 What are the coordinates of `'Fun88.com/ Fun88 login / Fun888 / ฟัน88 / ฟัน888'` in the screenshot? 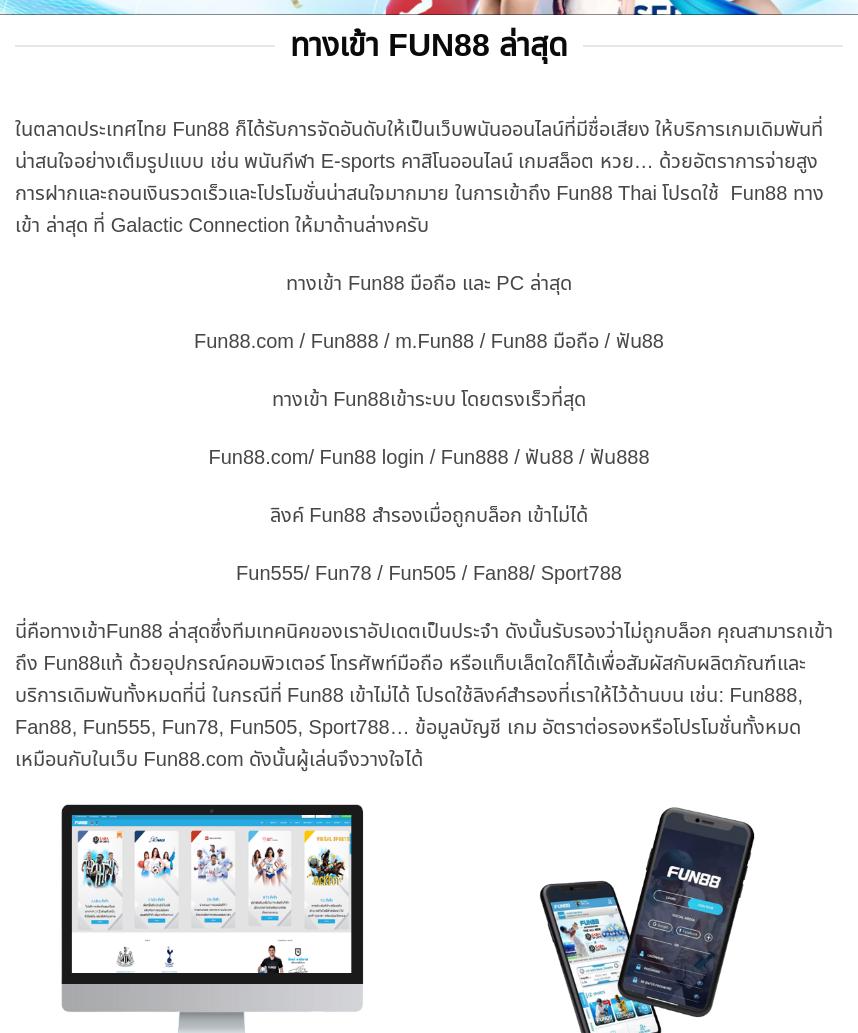 It's located at (207, 455).